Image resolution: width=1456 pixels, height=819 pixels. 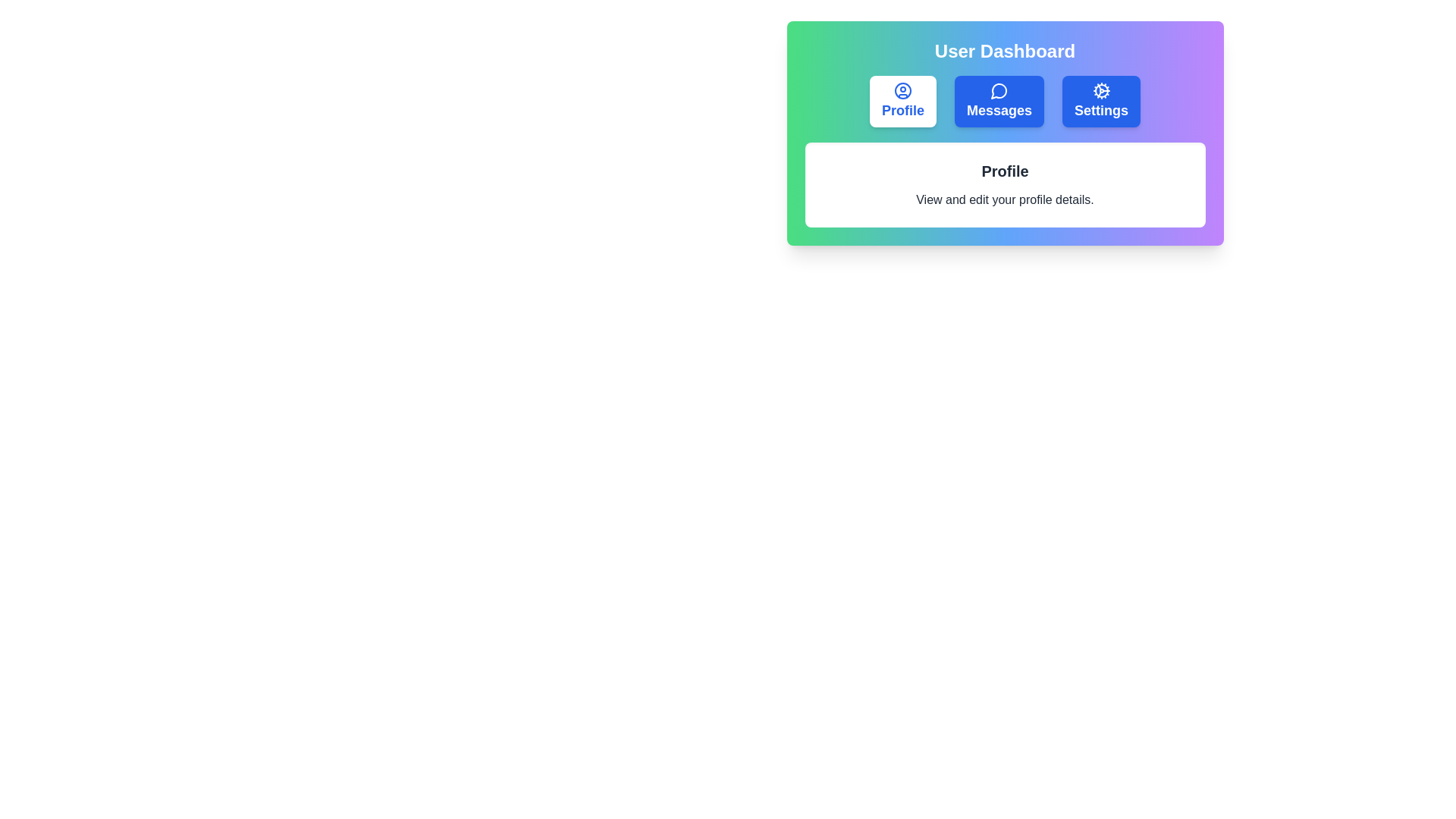 I want to click on the profile navigational element, which includes a user avatar icon and the text 'Profile' in bold blue font, positioned in the upper-left section of the user dashboard, so click(x=902, y=102).